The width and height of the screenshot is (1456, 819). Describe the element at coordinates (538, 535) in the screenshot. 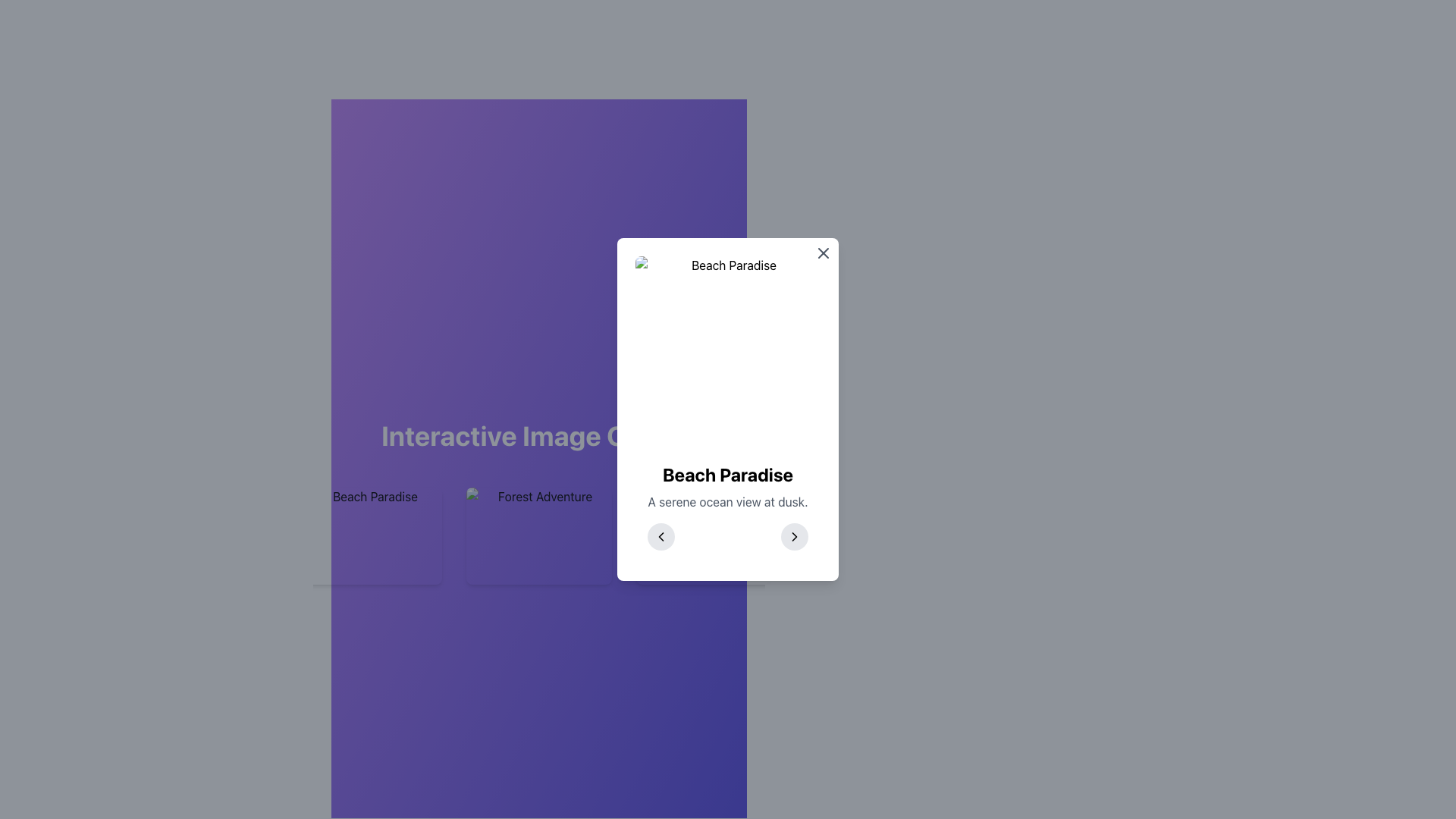

I see `the second interactive card in the horizontal arrangement of three cards, located in the middle row of the interface` at that location.